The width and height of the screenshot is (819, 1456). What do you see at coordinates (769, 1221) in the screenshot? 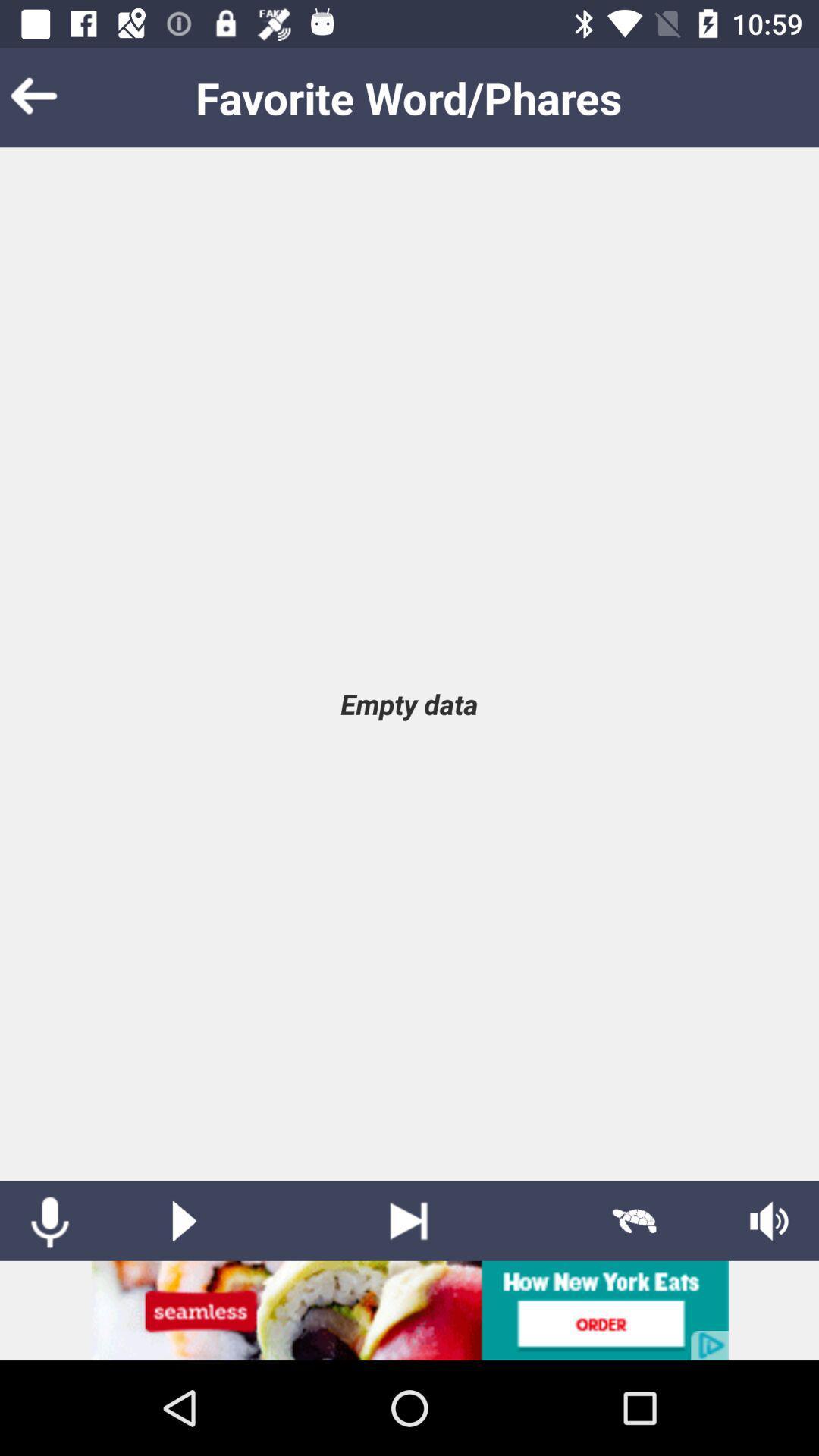
I see `speaker option` at bounding box center [769, 1221].